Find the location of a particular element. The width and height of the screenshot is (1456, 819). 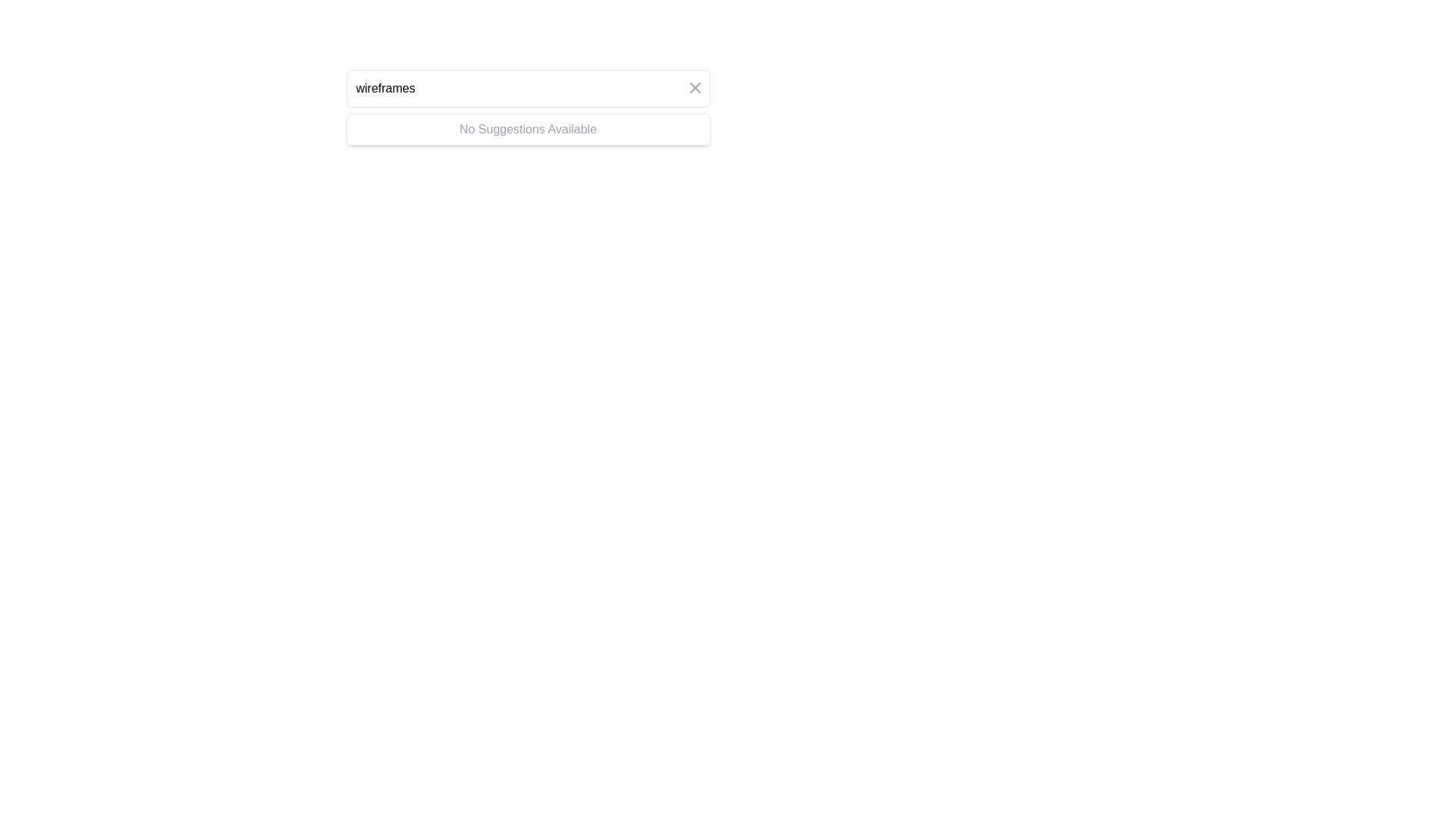

the 'X' icon button located at the top-right corner of the input field with placeholder 'wireframes' is located at coordinates (694, 87).